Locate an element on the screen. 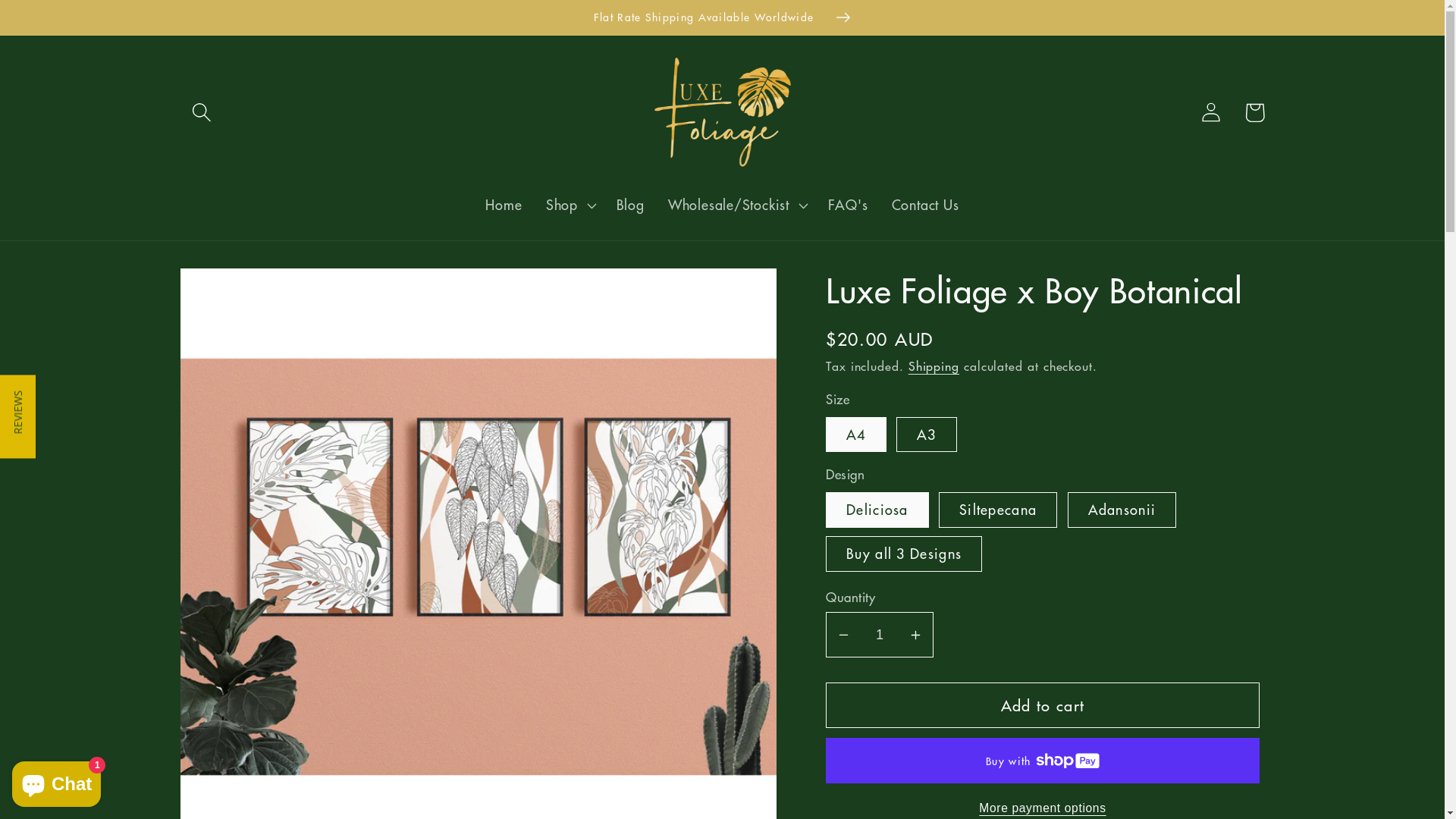  'Cart' is located at coordinates (1254, 111).